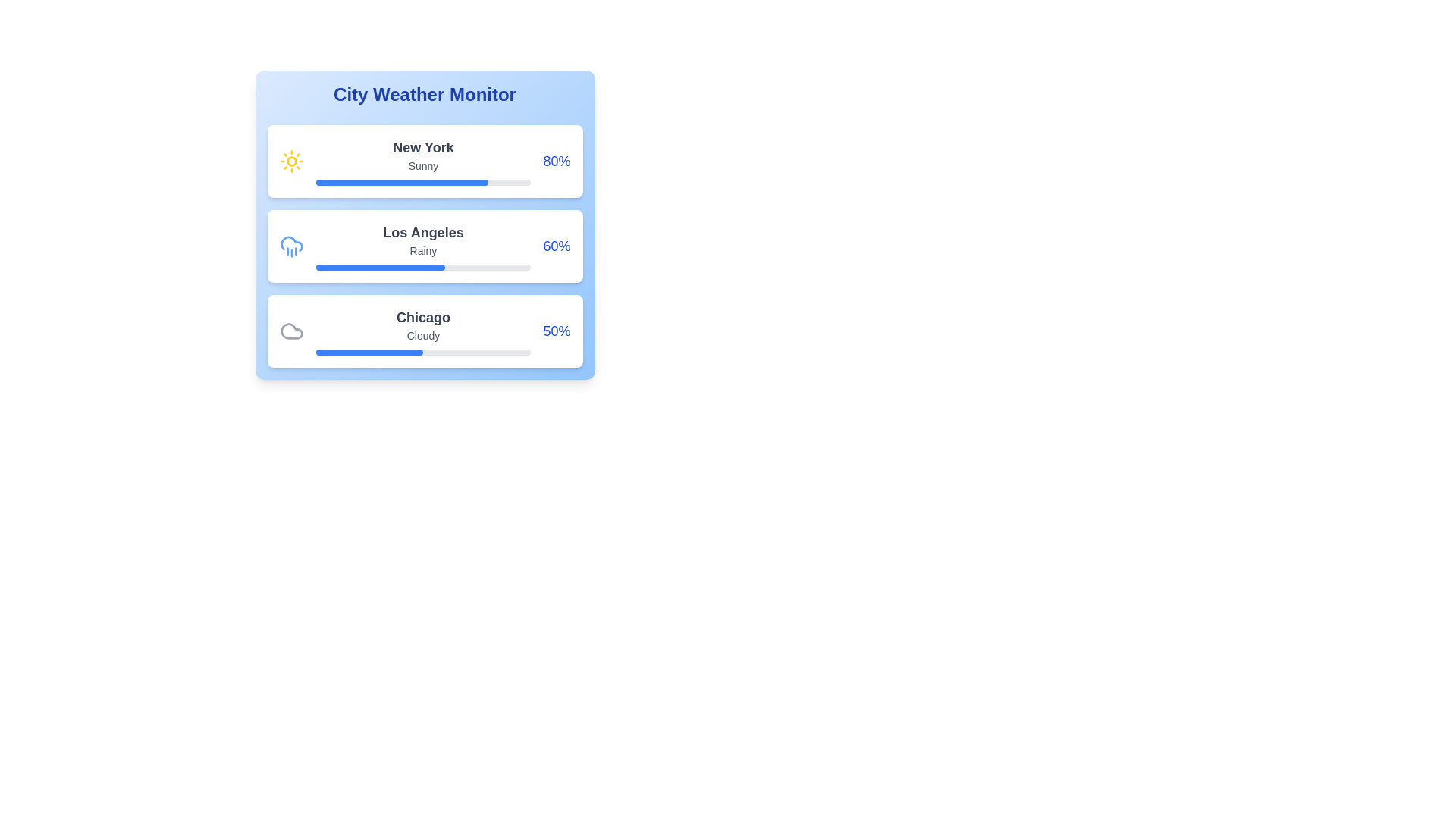 The height and width of the screenshot is (819, 1456). What do you see at coordinates (423, 166) in the screenshot?
I see `the text label displaying 'Sunny', which is styled with a small-sized, gray-colored font and positioned below 'New York' in the weather monitoring interface` at bounding box center [423, 166].